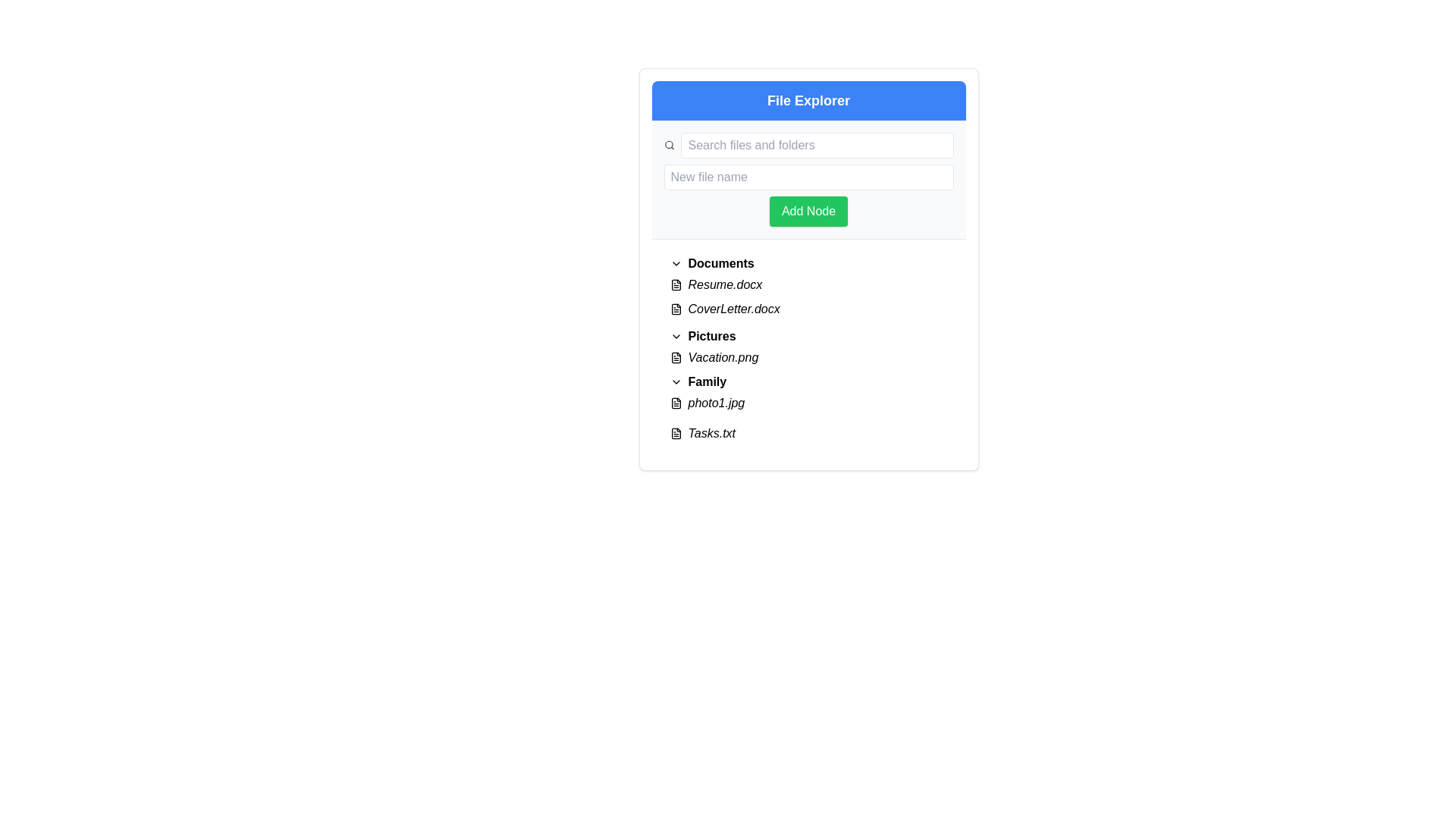  Describe the element at coordinates (808, 288) in the screenshot. I see `the 'Documents' category in the file explorer` at that location.